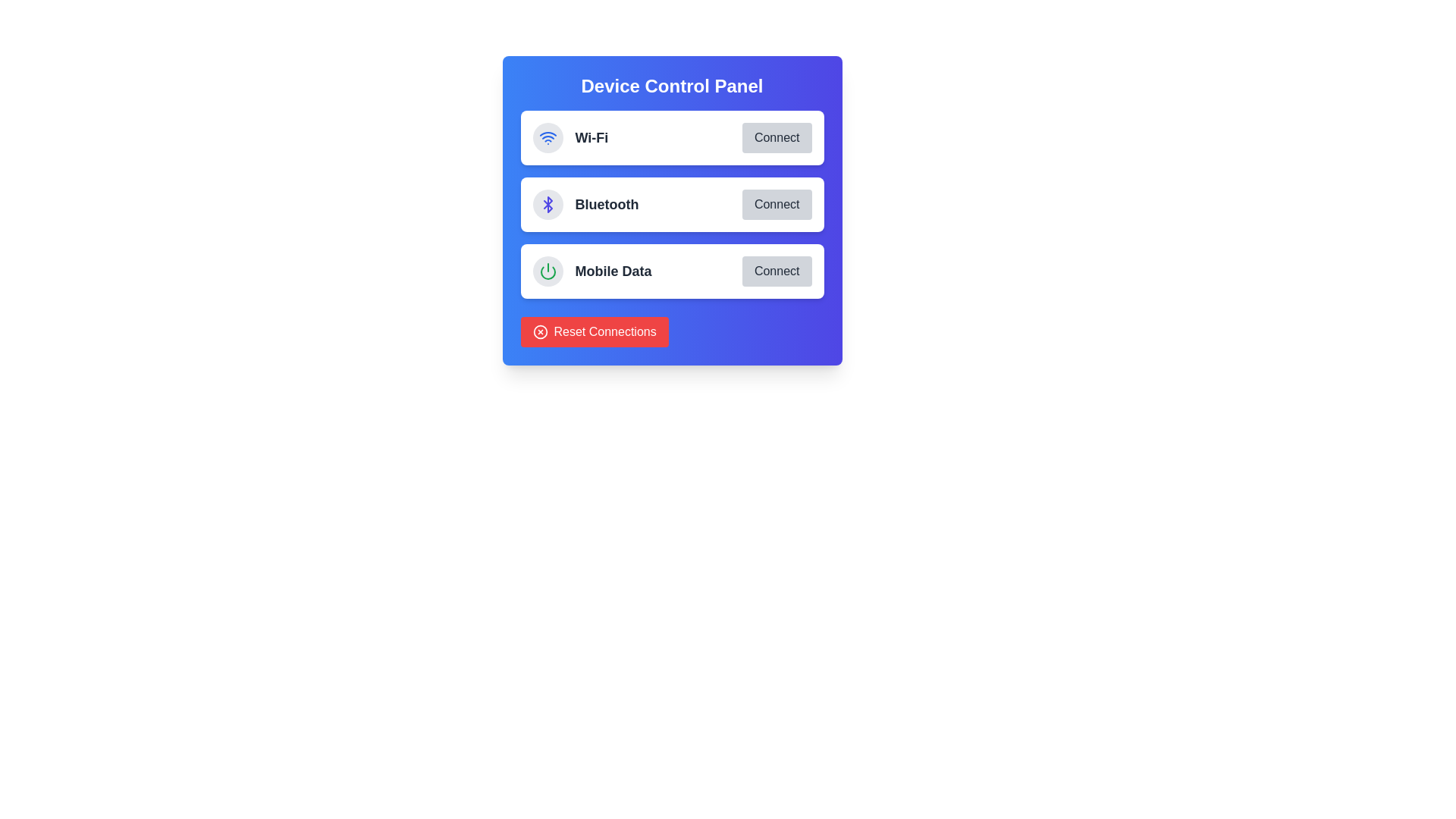 This screenshot has height=819, width=1456. I want to click on the circular gray button with a green power icon in the 'Mobile Data' row of the 'Device Control Panel', so click(547, 271).